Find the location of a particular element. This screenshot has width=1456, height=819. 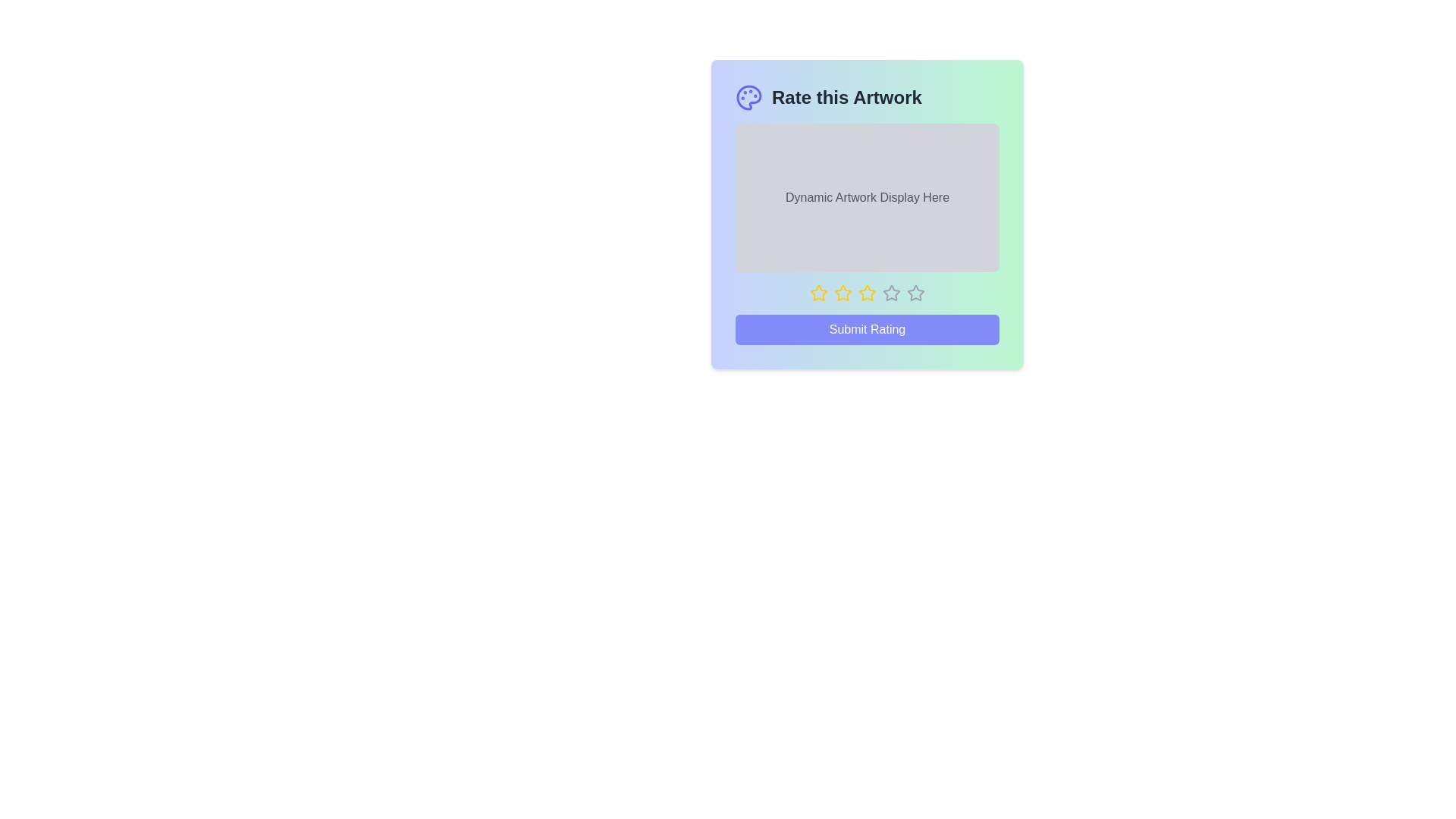

the star corresponding to the desired rating 1 is located at coordinates (818, 293).